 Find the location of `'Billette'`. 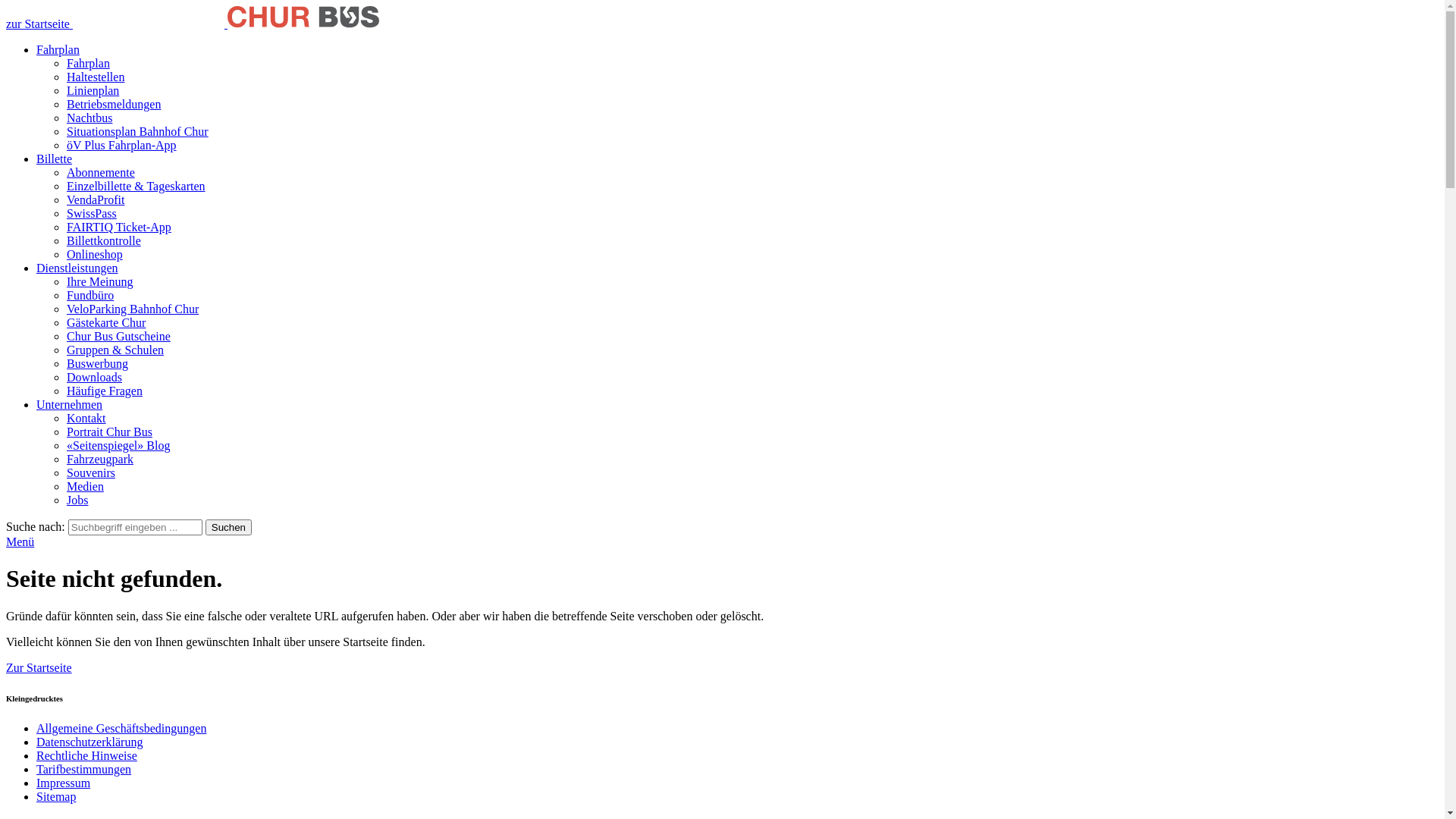

'Billette' is located at coordinates (36, 158).